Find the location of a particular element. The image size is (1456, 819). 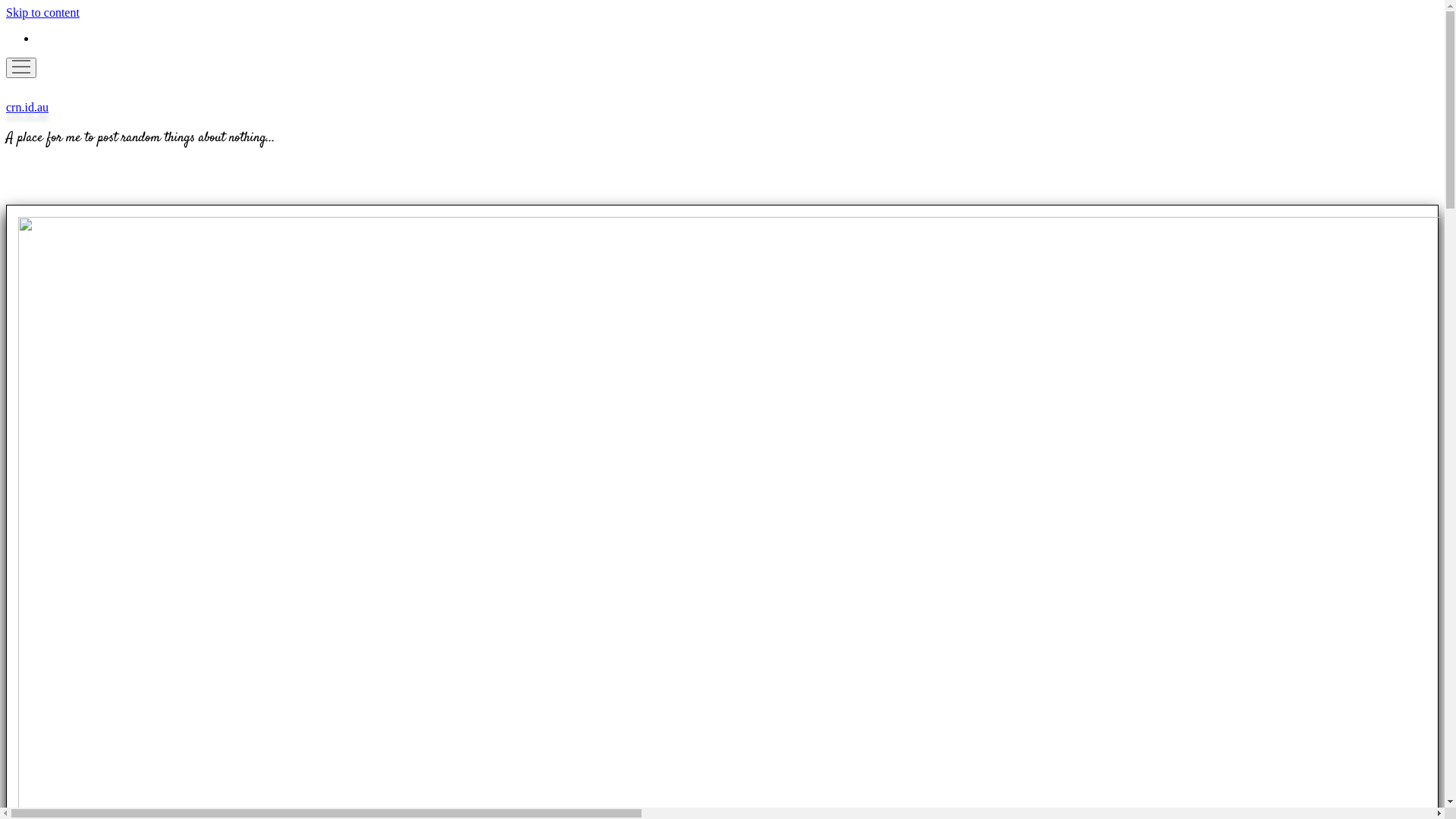

'Skip to content' is located at coordinates (6, 12).